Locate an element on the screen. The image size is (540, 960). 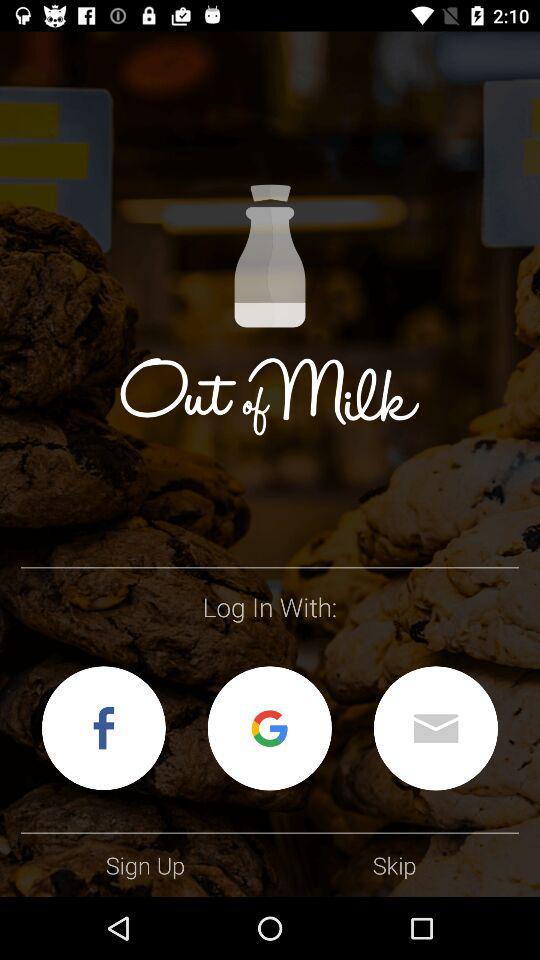
log in with your google account is located at coordinates (269, 727).